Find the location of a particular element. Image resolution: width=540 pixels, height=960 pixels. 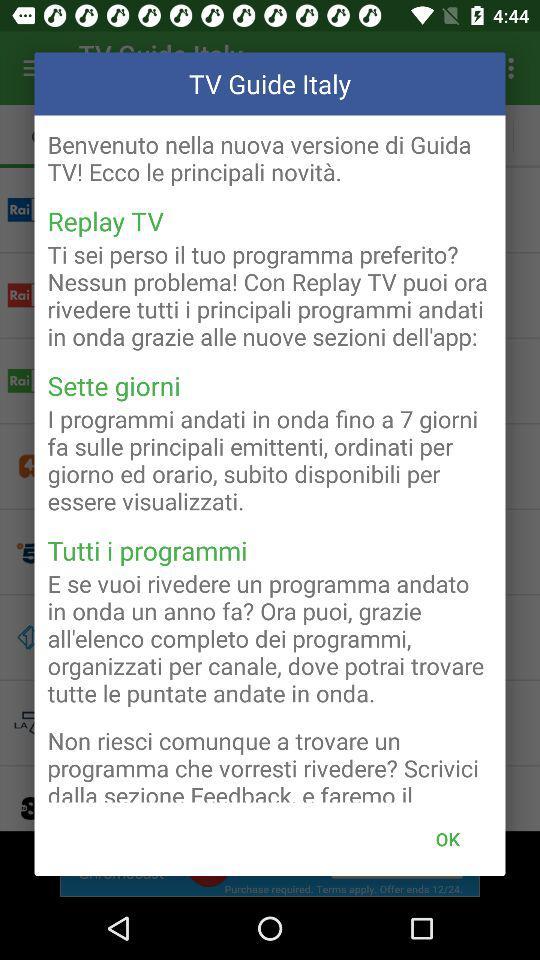

the ok is located at coordinates (447, 839).